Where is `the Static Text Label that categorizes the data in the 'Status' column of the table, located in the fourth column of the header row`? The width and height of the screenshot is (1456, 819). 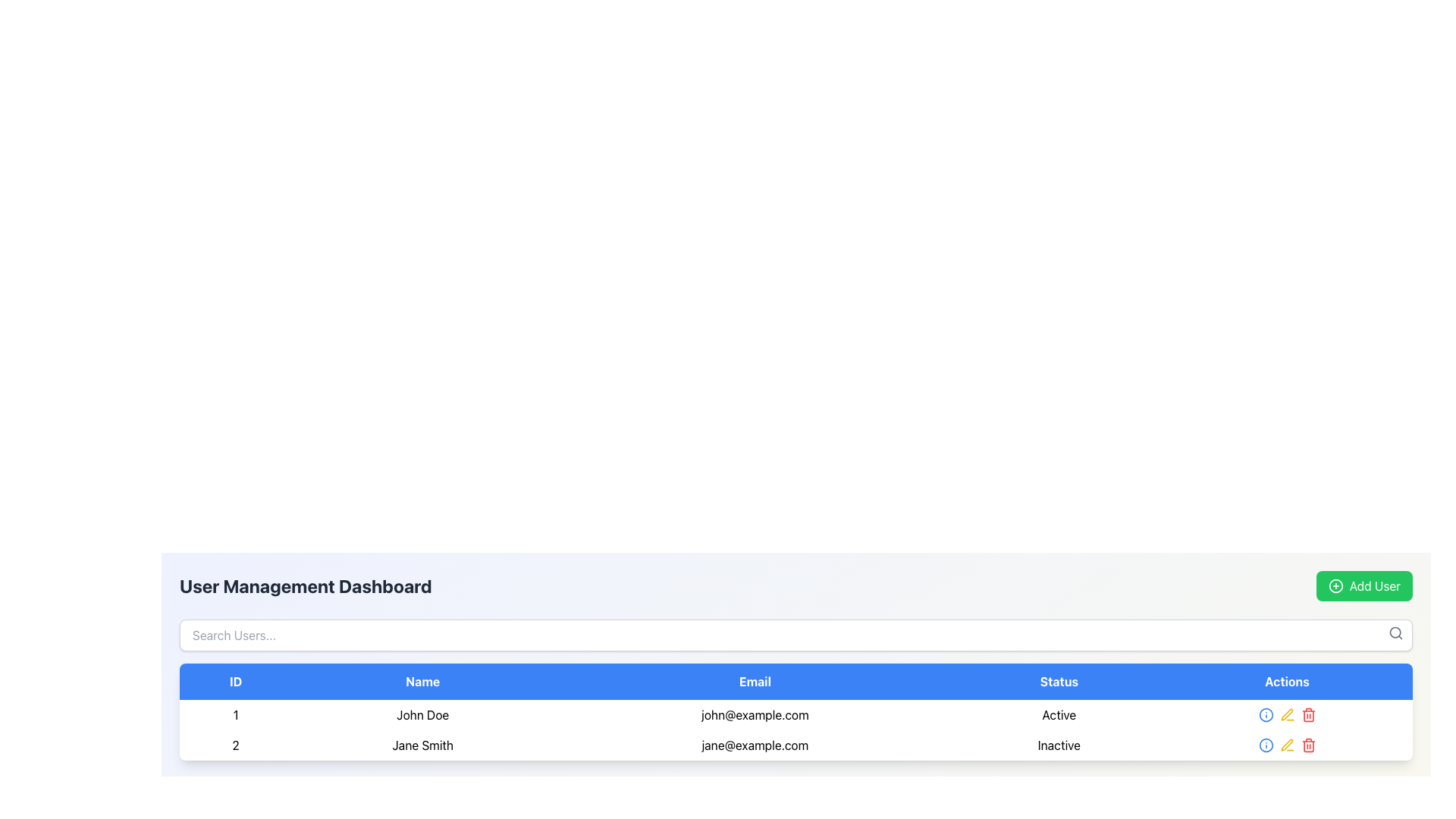 the Static Text Label that categorizes the data in the 'Status' column of the table, located in the fourth column of the header row is located at coordinates (1058, 680).